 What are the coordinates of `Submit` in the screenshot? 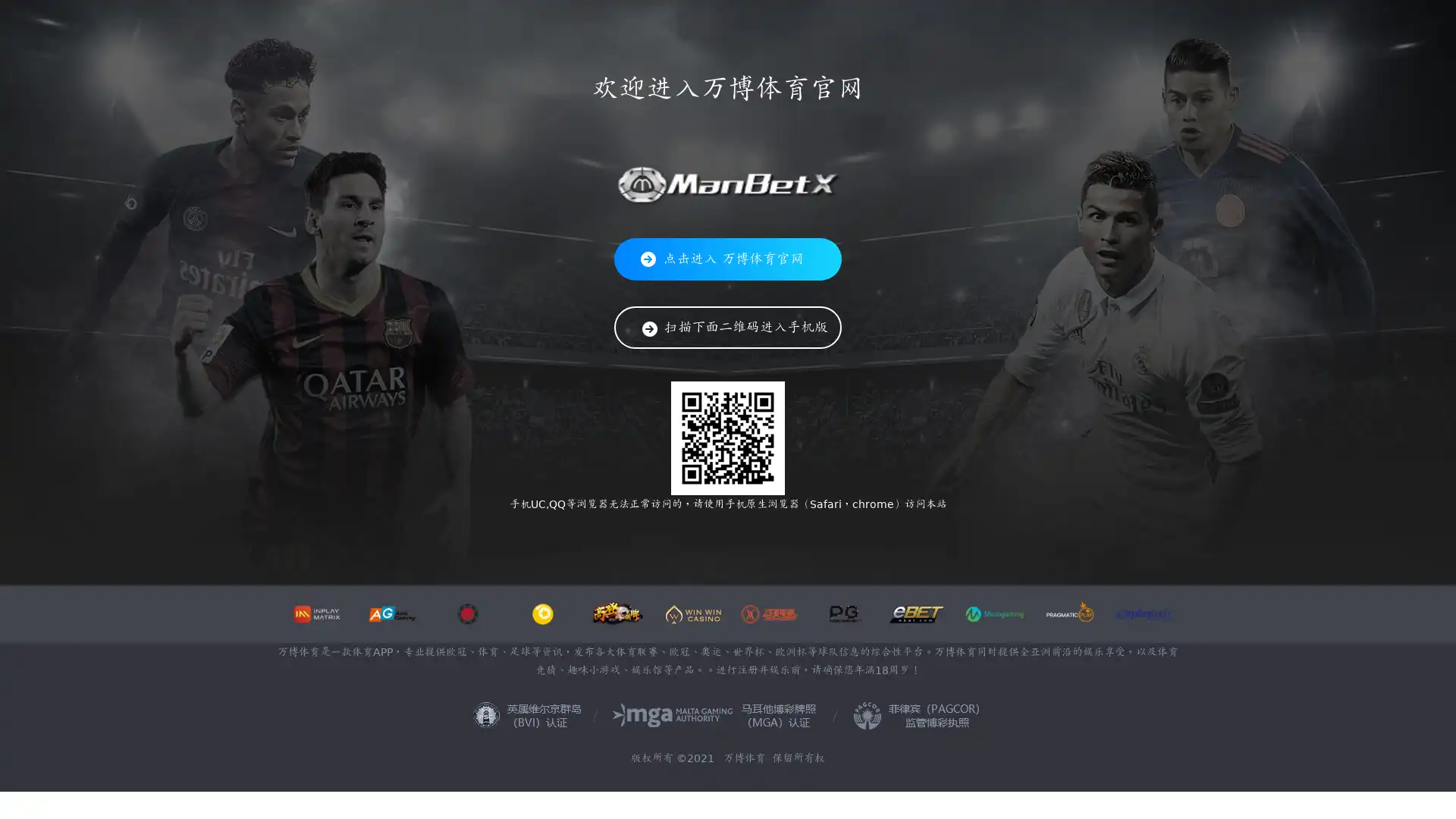 It's located at (1103, 30).